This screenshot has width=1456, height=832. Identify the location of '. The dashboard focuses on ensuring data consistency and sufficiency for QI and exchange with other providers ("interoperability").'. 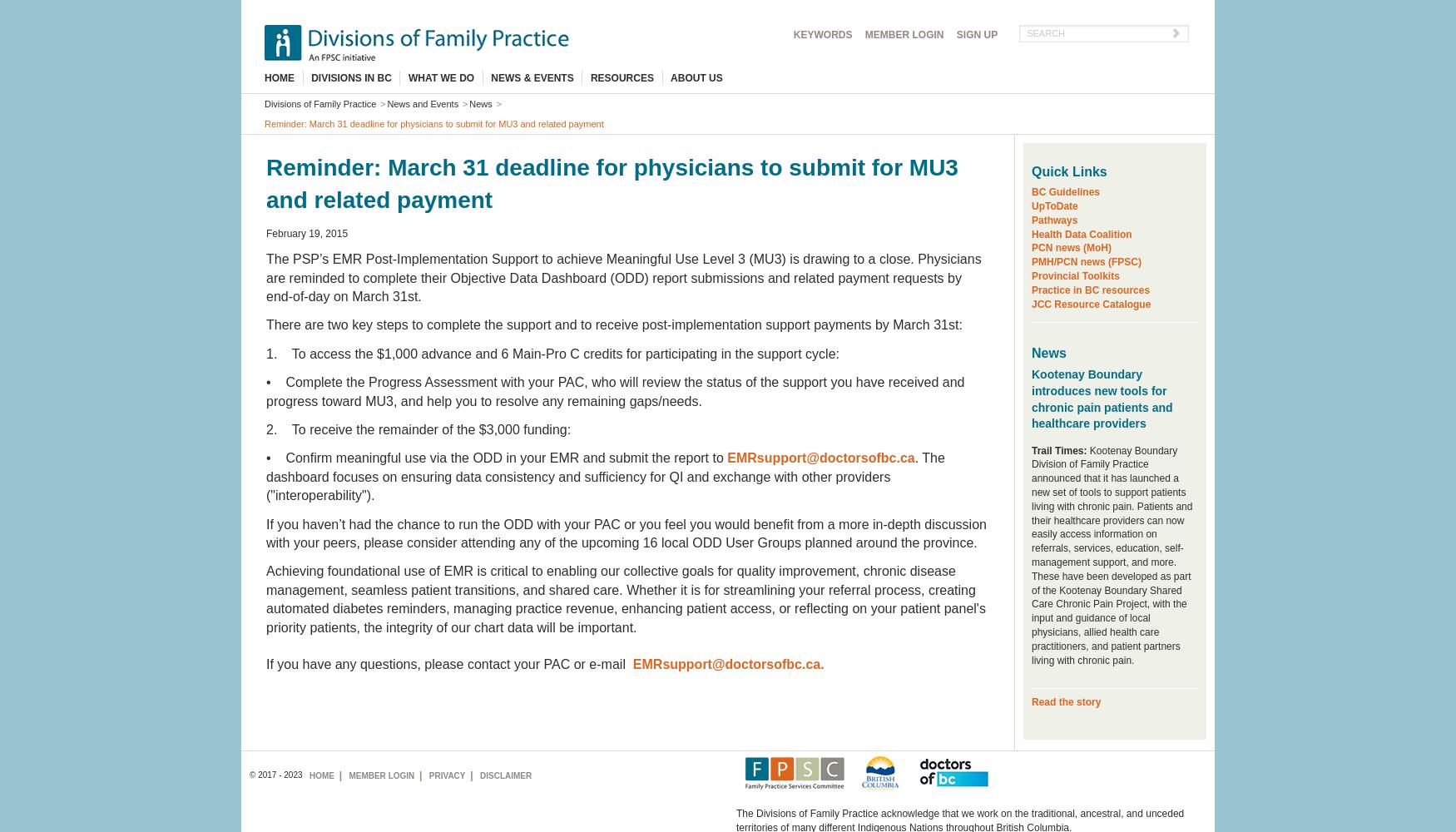
(605, 476).